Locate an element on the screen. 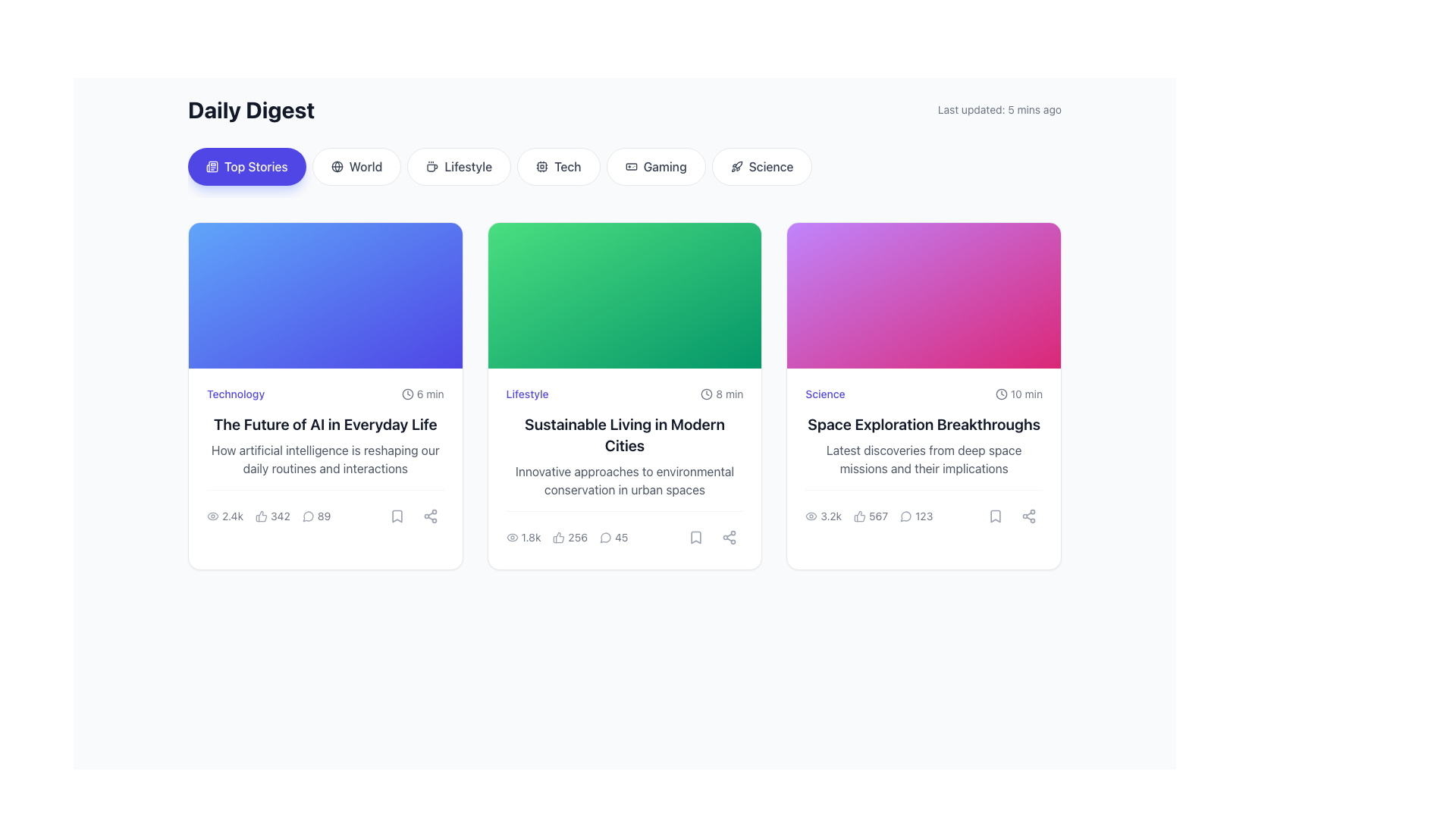 The width and height of the screenshot is (1456, 819). the 'bookmark' button located at the bottom right corner of the rightmost card in the layout, which allows users to save content for later reference is located at coordinates (995, 516).